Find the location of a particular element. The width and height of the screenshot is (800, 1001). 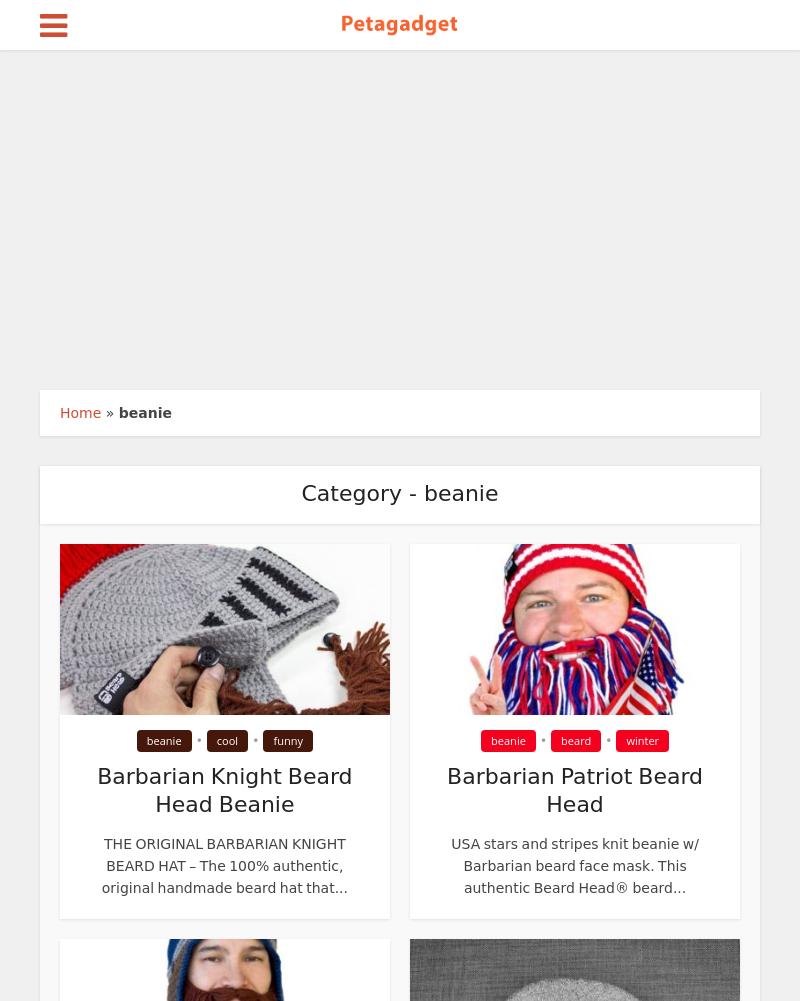

'USA stars and stripes knit beanie w/ Barbarian beard face mask. This authentic Beard Head® beard...' is located at coordinates (573, 865).